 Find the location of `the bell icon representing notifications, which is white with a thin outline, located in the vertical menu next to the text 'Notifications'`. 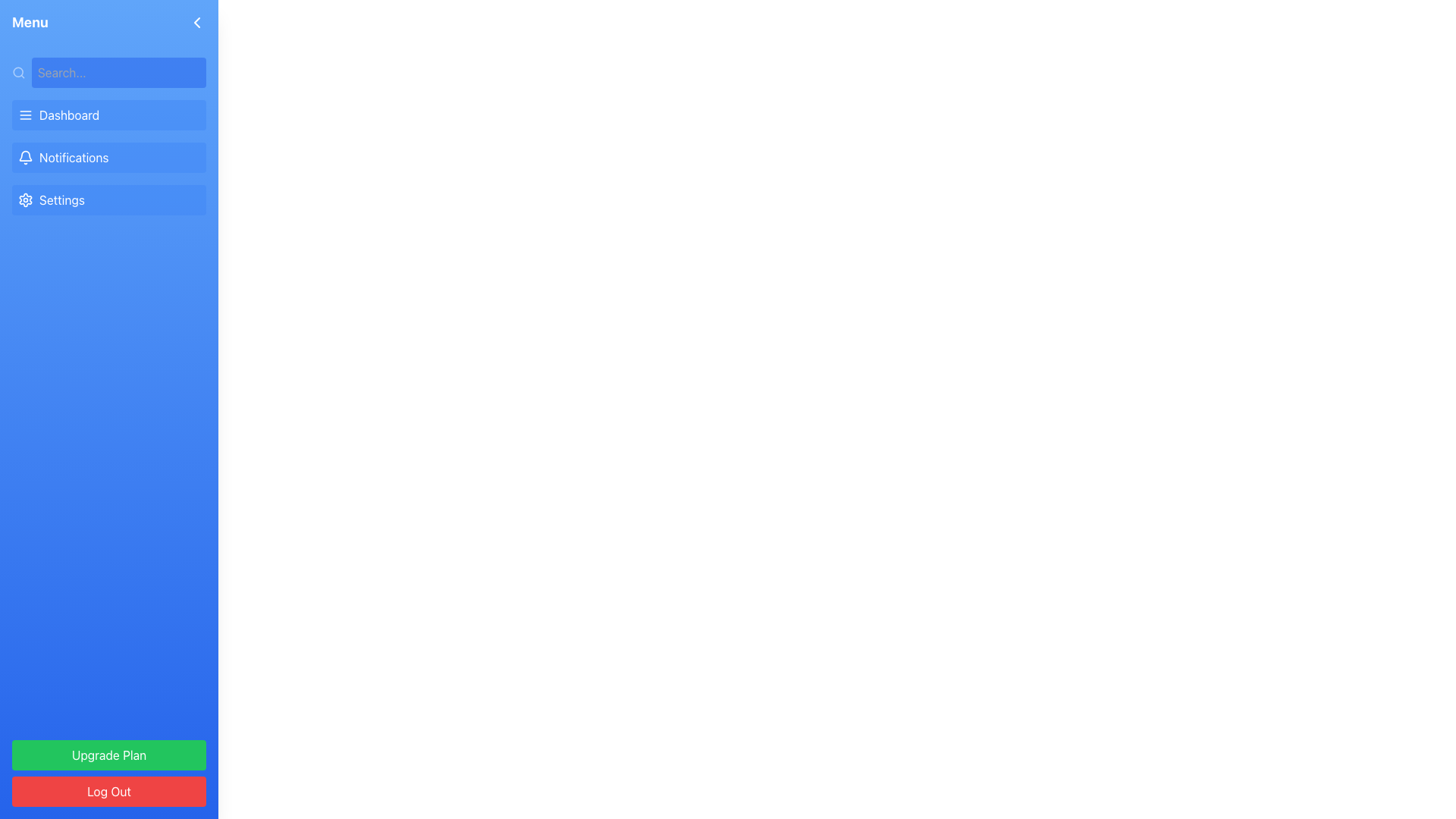

the bell icon representing notifications, which is white with a thin outline, located in the vertical menu next to the text 'Notifications' is located at coordinates (25, 158).